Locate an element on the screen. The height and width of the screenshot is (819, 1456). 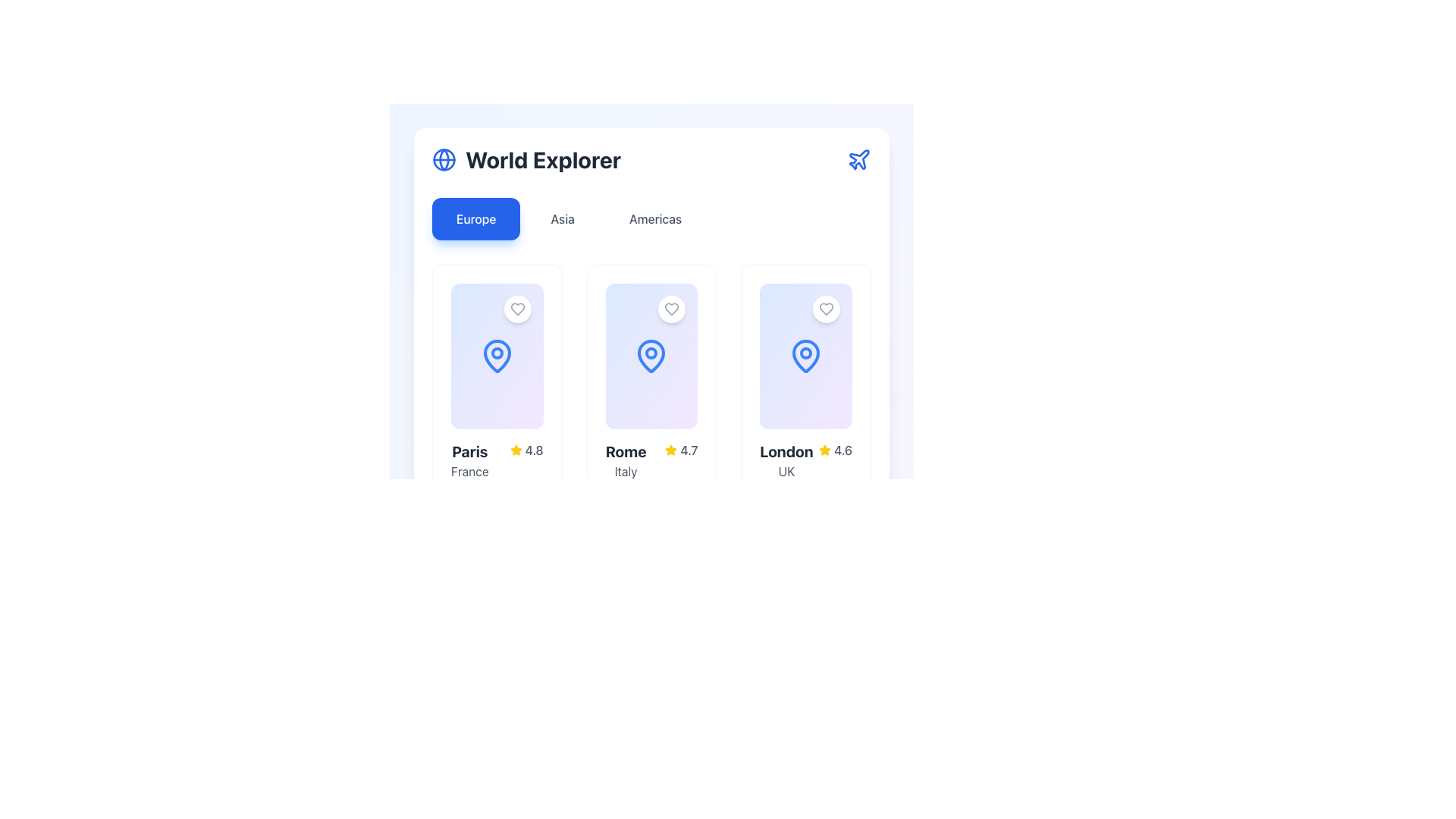
the informational section displaying 'Rome', 'Italy', and '4.7' is located at coordinates (651, 460).